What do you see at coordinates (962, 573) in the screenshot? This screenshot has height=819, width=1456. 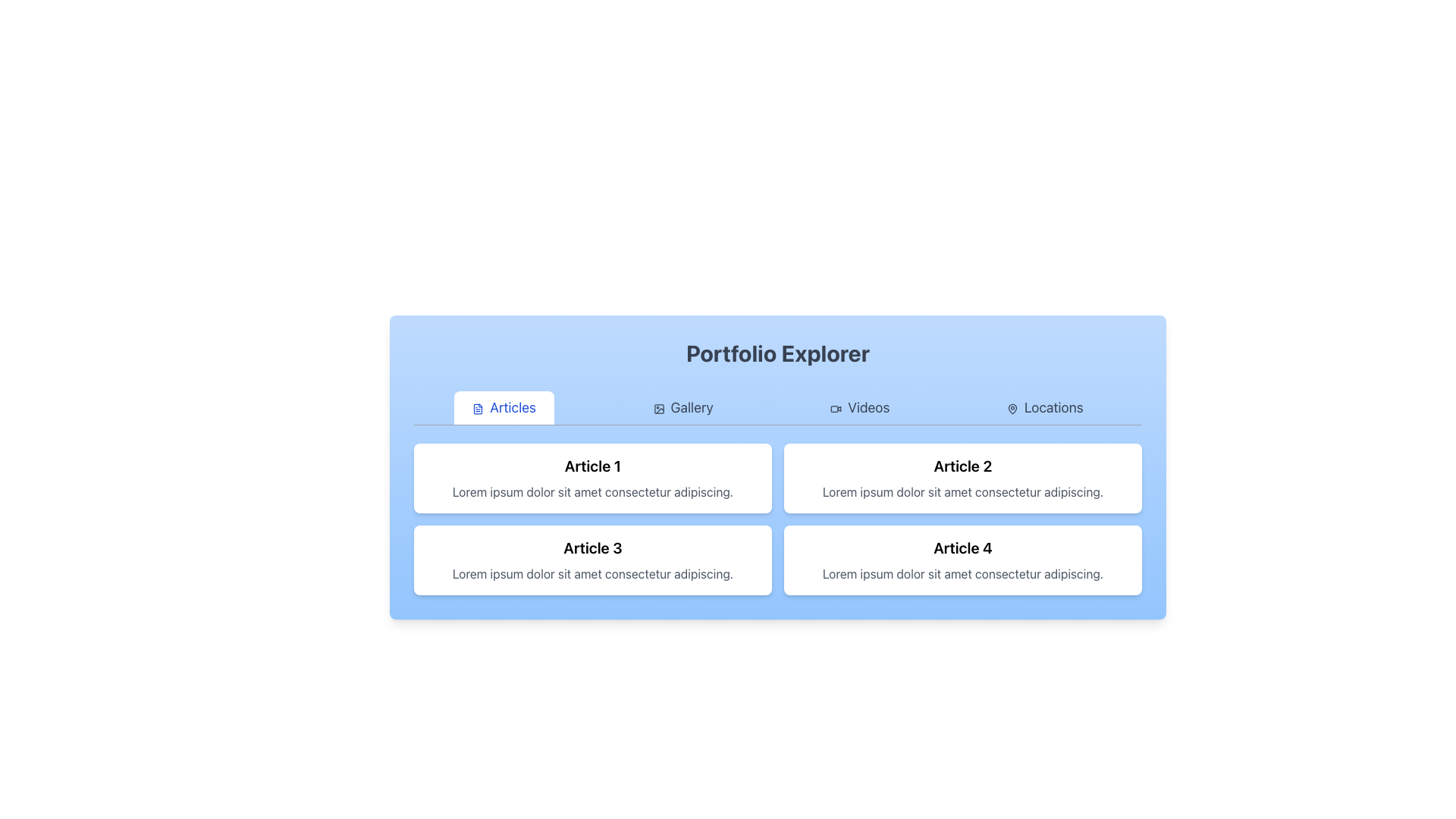 I see `the descriptive text label located beneath the heading 'Article 4' within the 'Article 4' card, which is the fourth card in a grid layout` at bounding box center [962, 573].